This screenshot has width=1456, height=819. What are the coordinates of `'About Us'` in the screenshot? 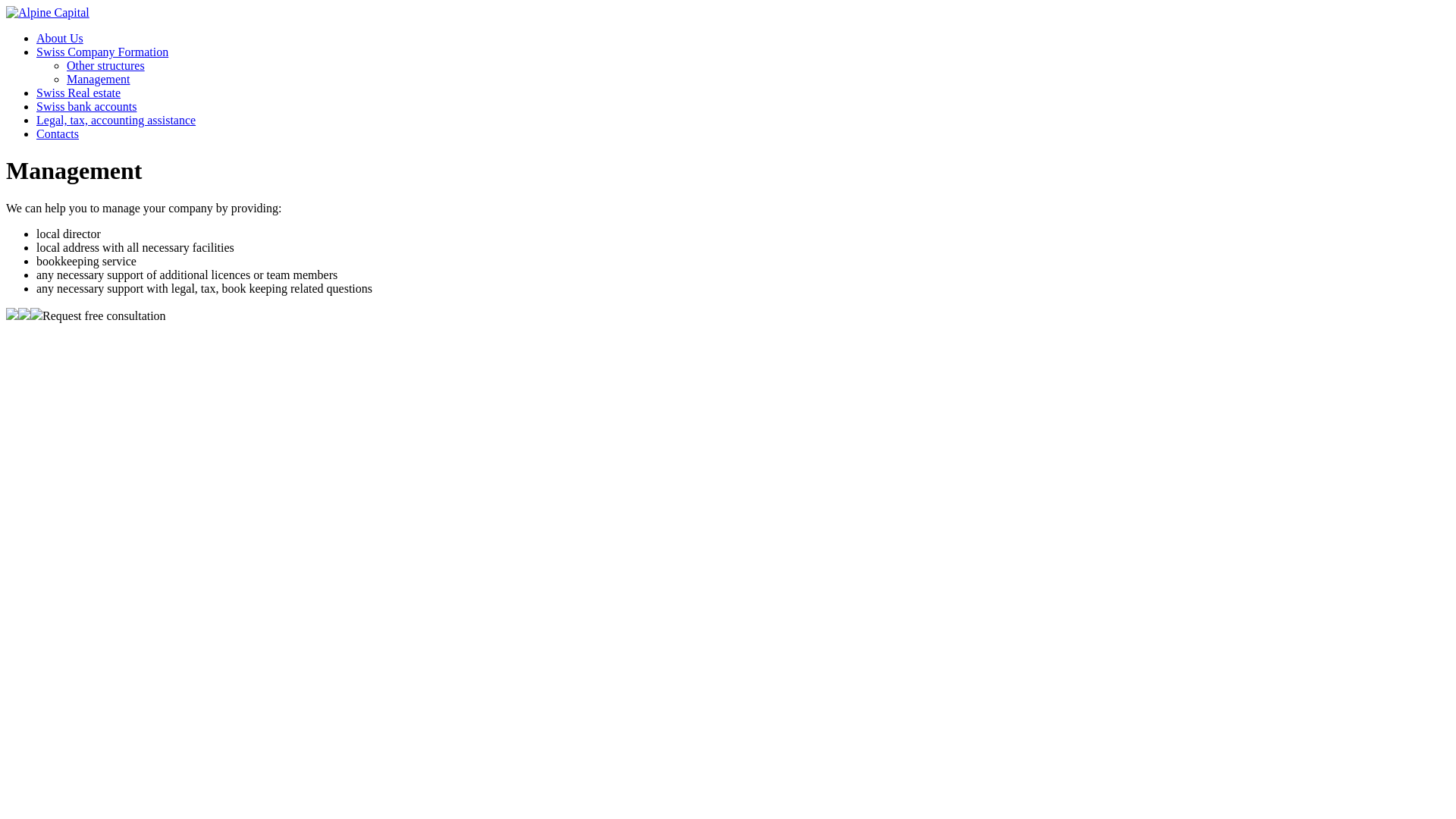 It's located at (59, 37).